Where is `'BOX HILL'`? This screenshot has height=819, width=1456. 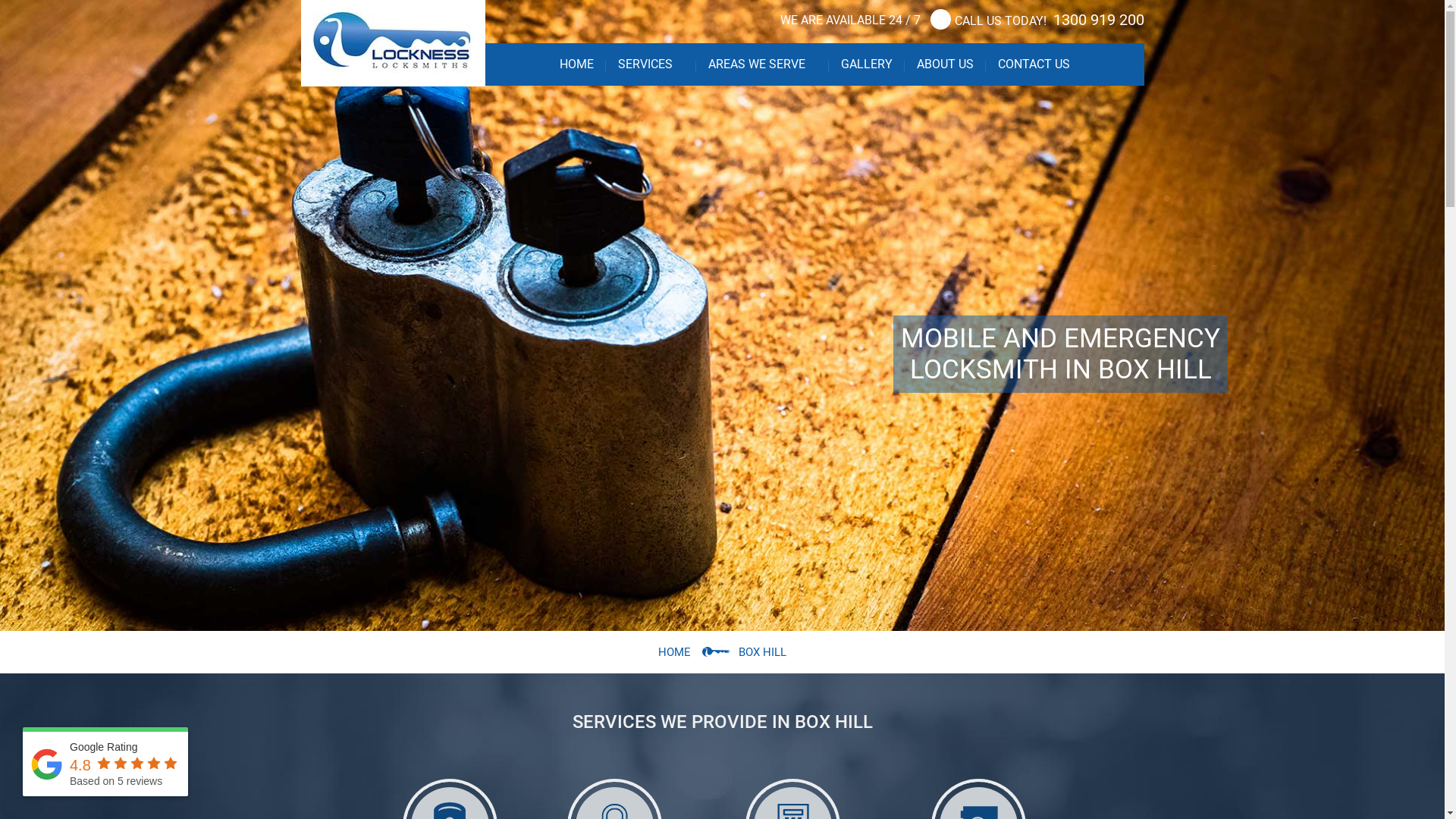 'BOX HILL' is located at coordinates (762, 651).